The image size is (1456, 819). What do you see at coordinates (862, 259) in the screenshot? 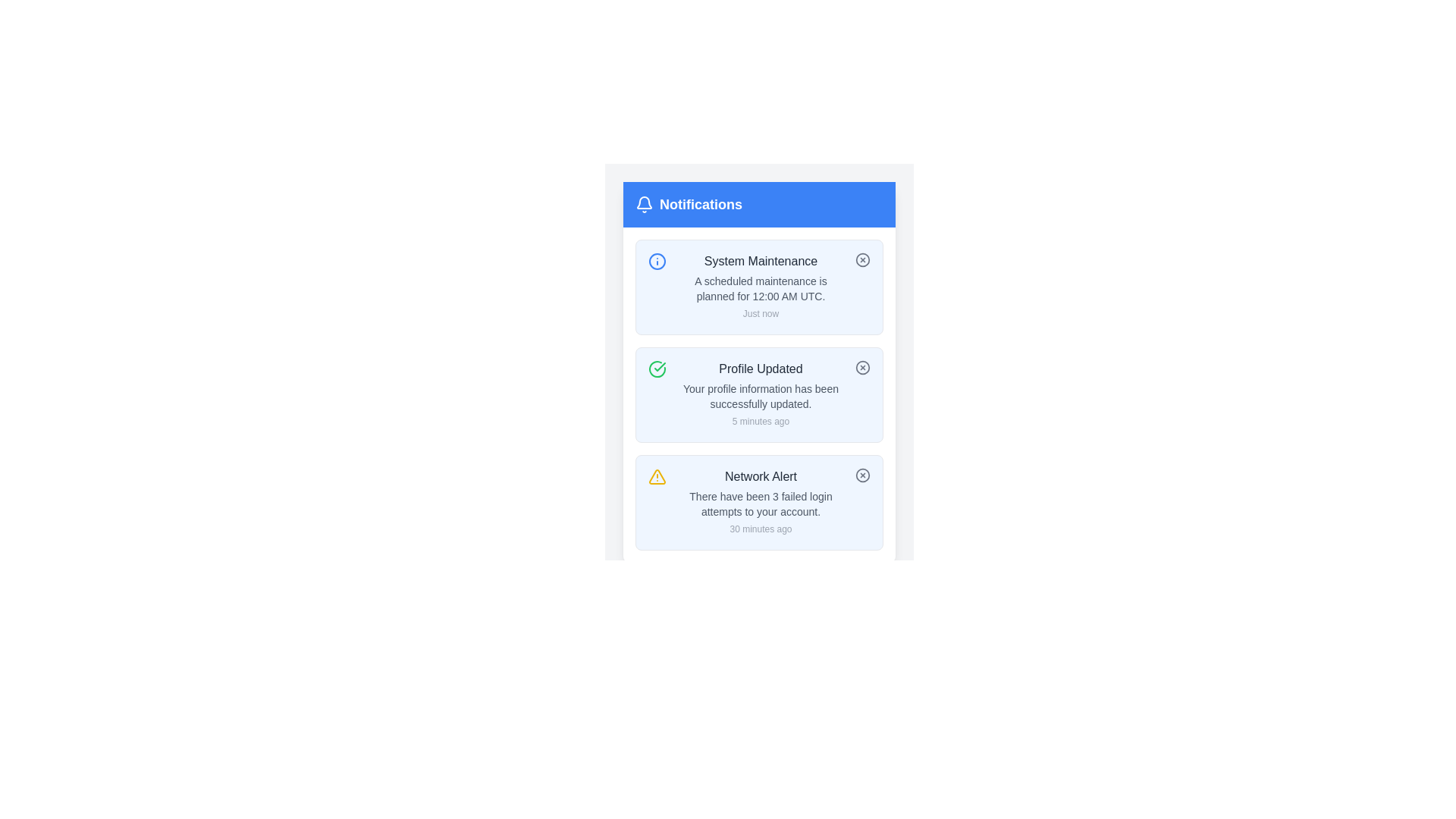
I see `the close icon button located at the top-right corner of the first notification card, next to the title 'System Maintenance.'` at bounding box center [862, 259].